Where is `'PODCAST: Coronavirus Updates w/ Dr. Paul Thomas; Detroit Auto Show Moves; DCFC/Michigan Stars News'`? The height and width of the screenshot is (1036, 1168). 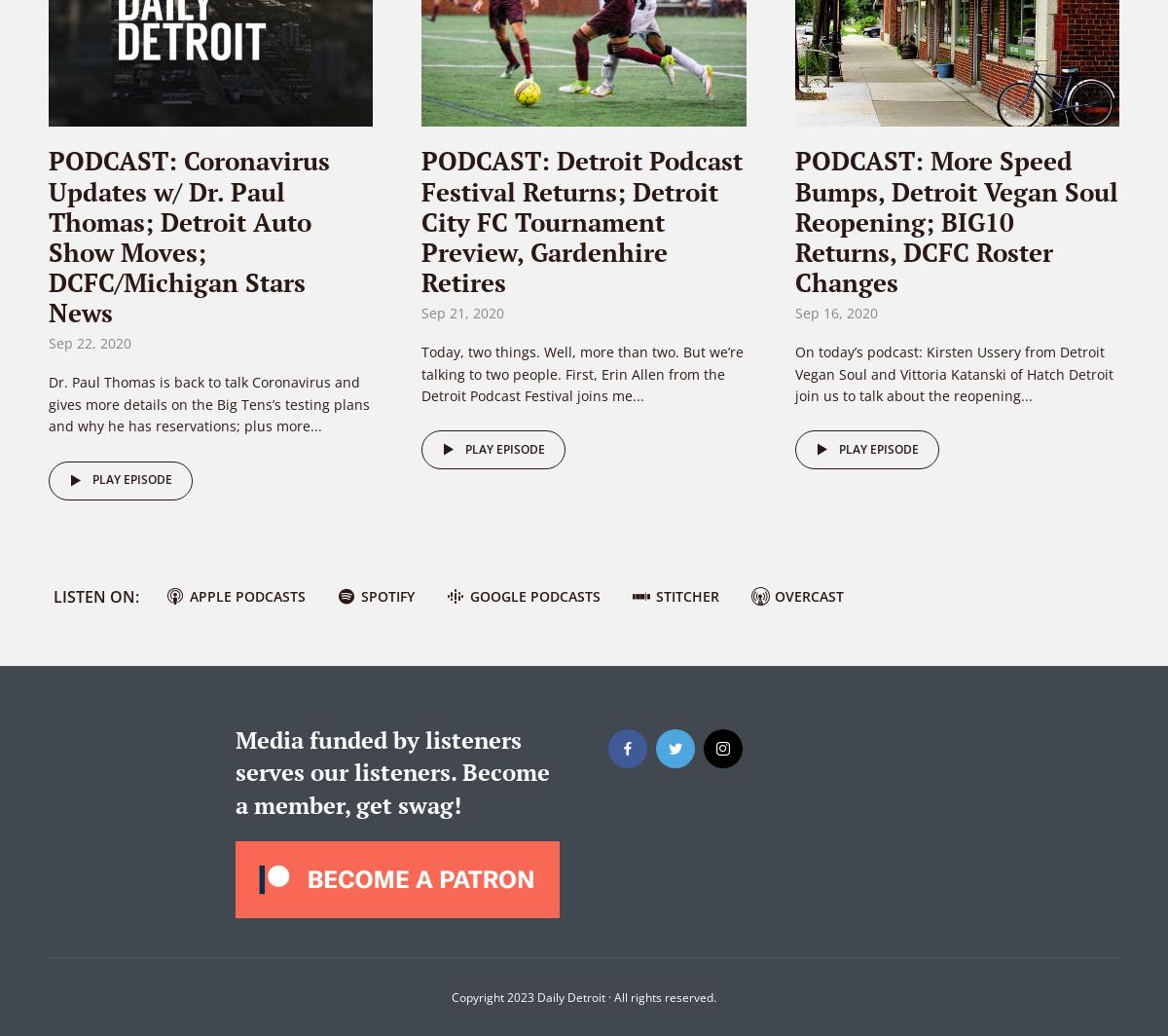
'PODCAST: Coronavirus Updates w/ Dr. Paul Thomas; Detroit Auto Show Moves; DCFC/Michigan Stars News' is located at coordinates (49, 237).